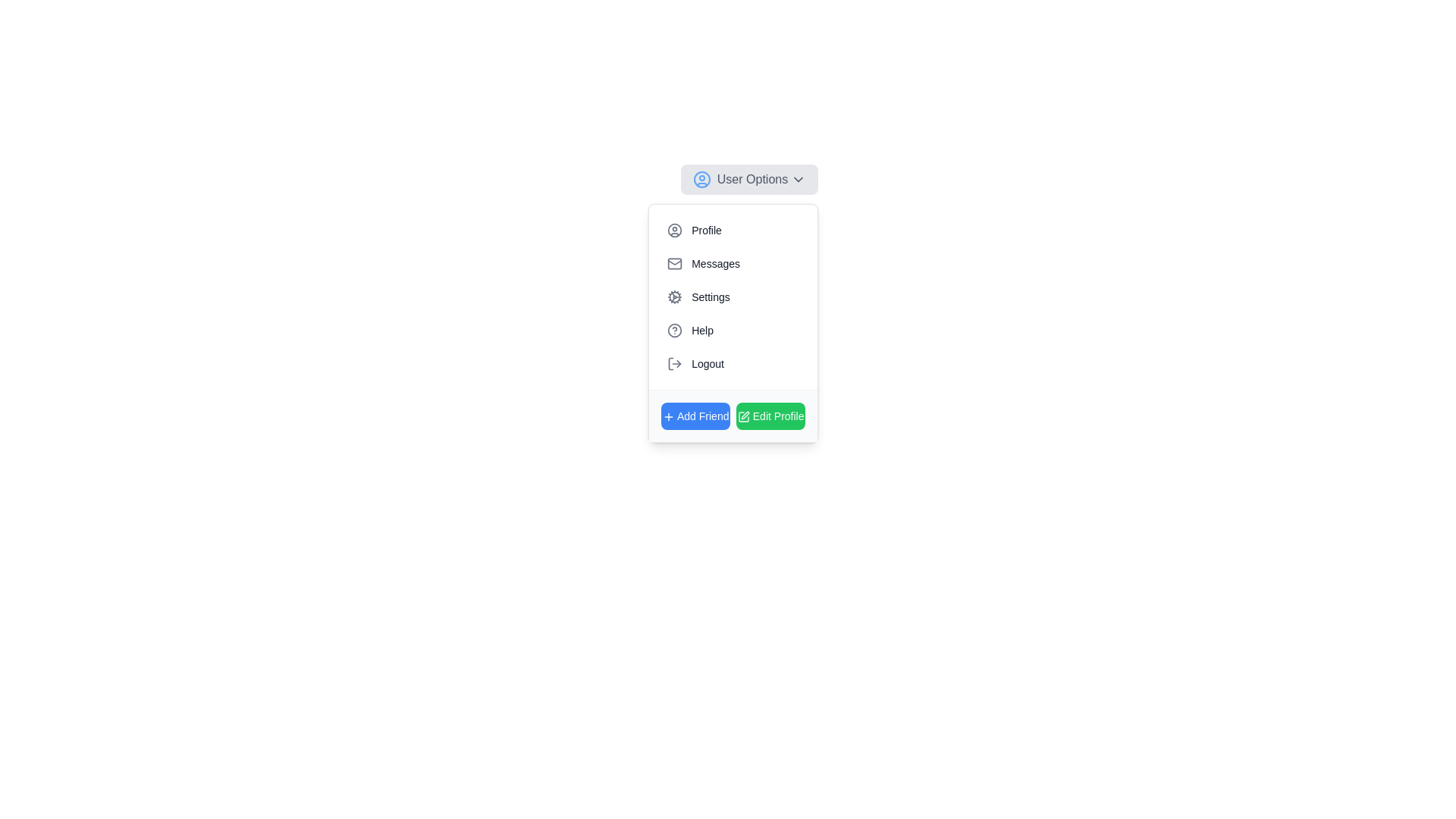 The image size is (1456, 819). What do you see at coordinates (674, 231) in the screenshot?
I see `the 'Profile' menu item associated with the user profile icon, which is a small circular icon with a gray outline located in the first menu option of the 'User Options' dropdown` at bounding box center [674, 231].